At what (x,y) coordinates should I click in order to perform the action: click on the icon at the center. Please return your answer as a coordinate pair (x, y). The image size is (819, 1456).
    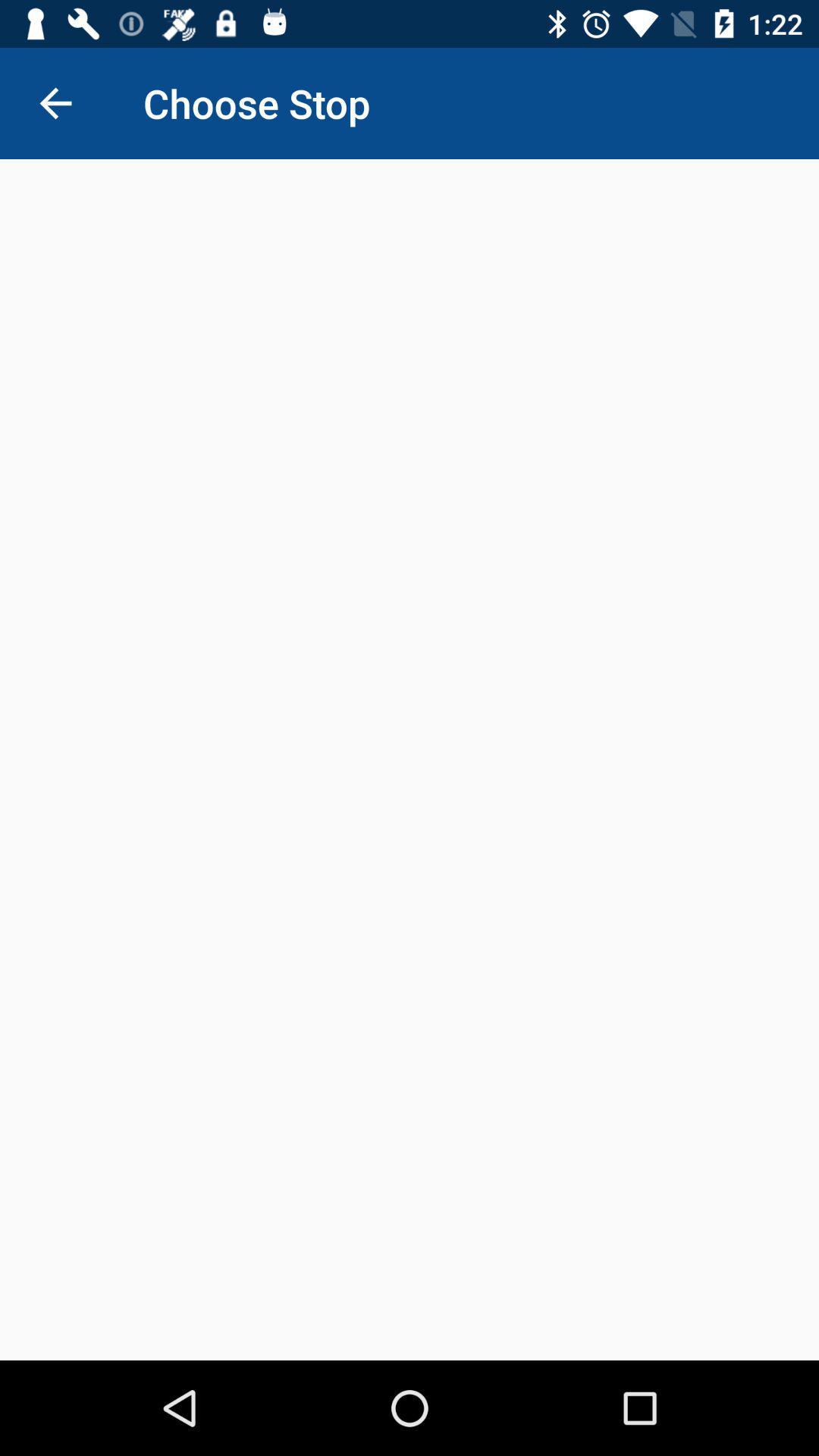
    Looking at the image, I should click on (409, 760).